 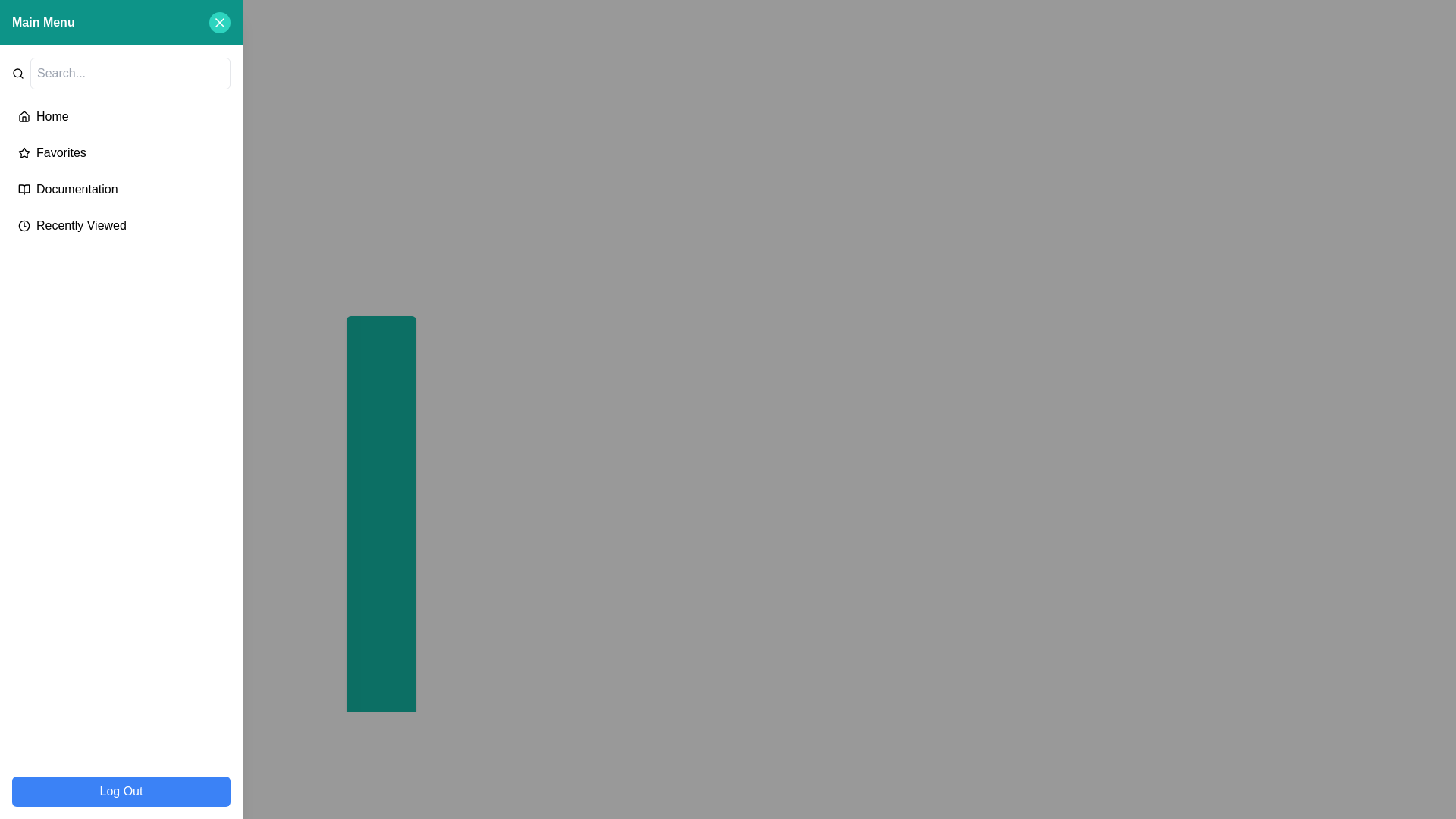 What do you see at coordinates (24, 189) in the screenshot?
I see `the 'Documentation' menu icon located in the left sidebar, positioned between 'Favorites' and 'Recently Viewed'` at bounding box center [24, 189].